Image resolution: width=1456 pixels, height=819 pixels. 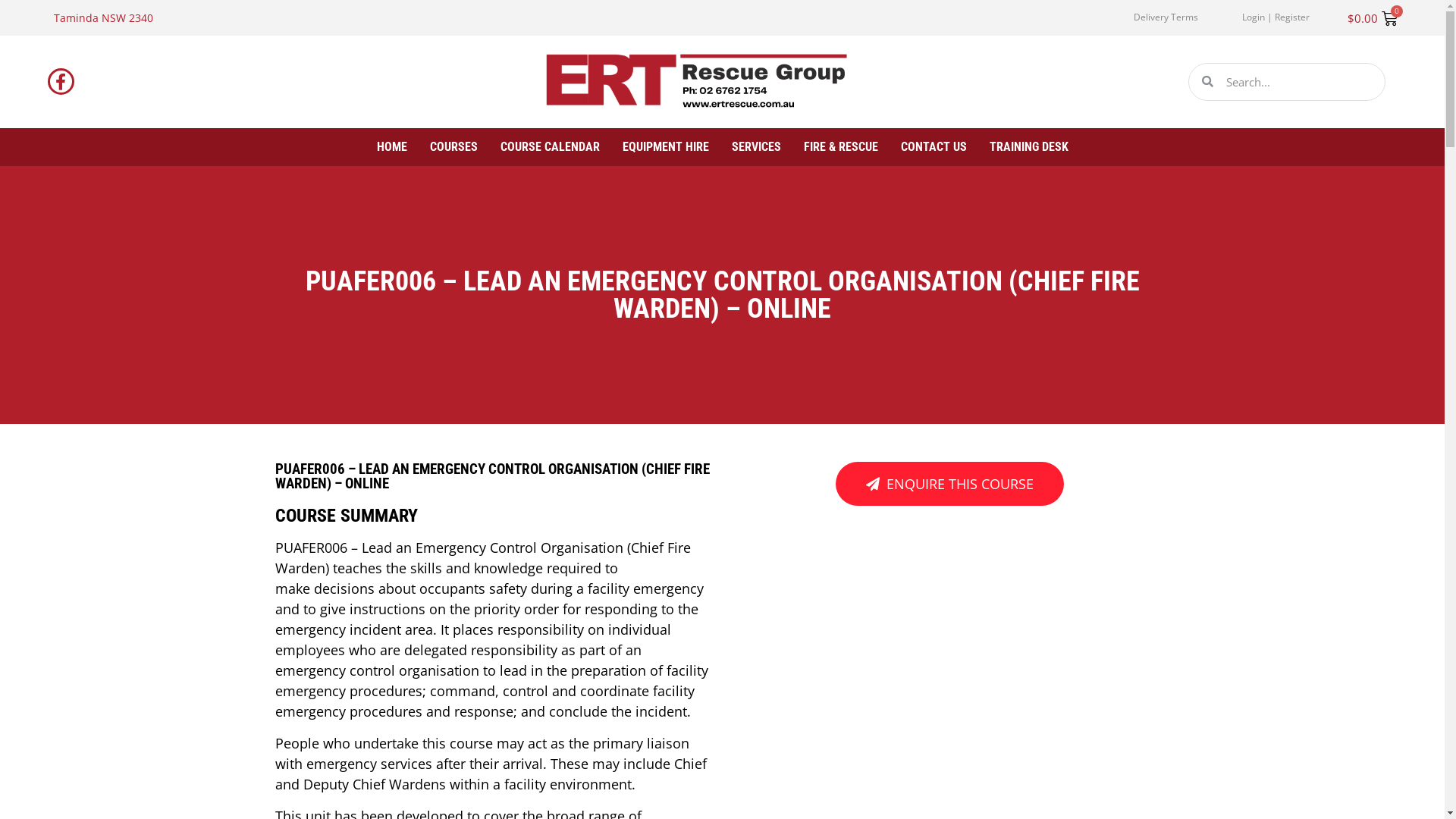 I want to click on '$0.00, so click(x=1372, y=18).